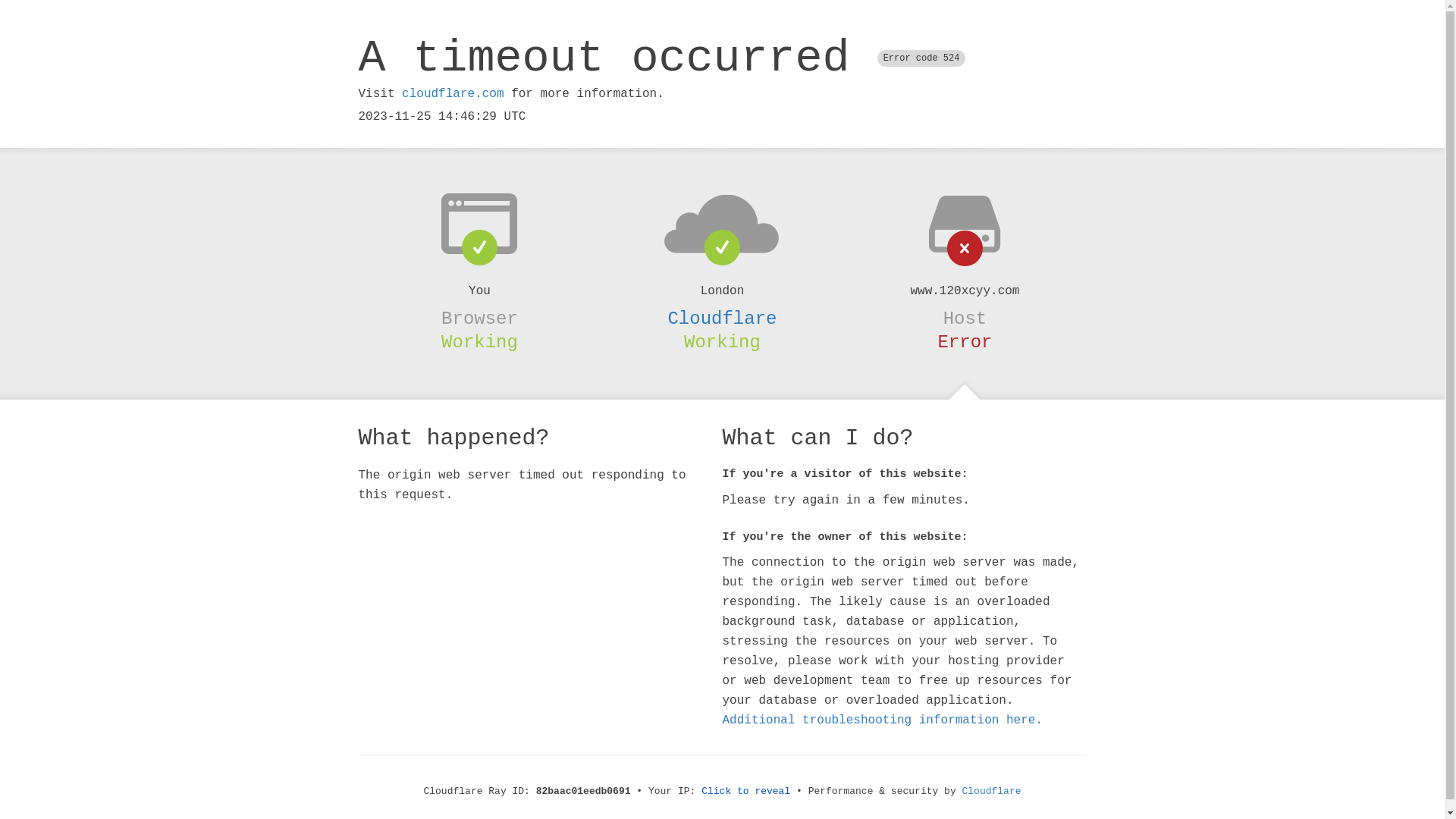  Describe the element at coordinates (720, 318) in the screenshot. I see `'Cloudflare'` at that location.